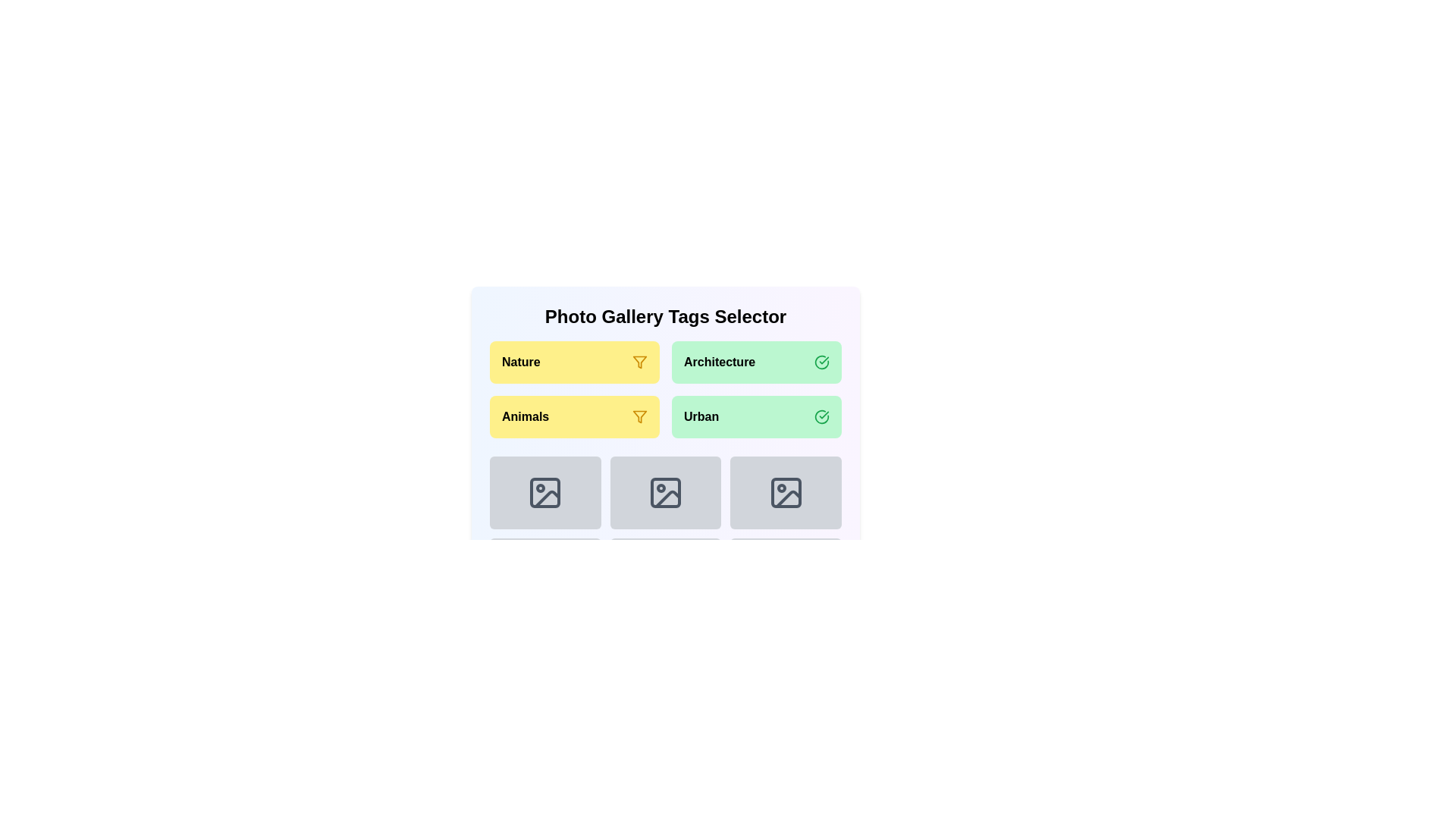 This screenshot has width=1456, height=819. I want to click on the category Architecture by clicking its button, so click(757, 362).